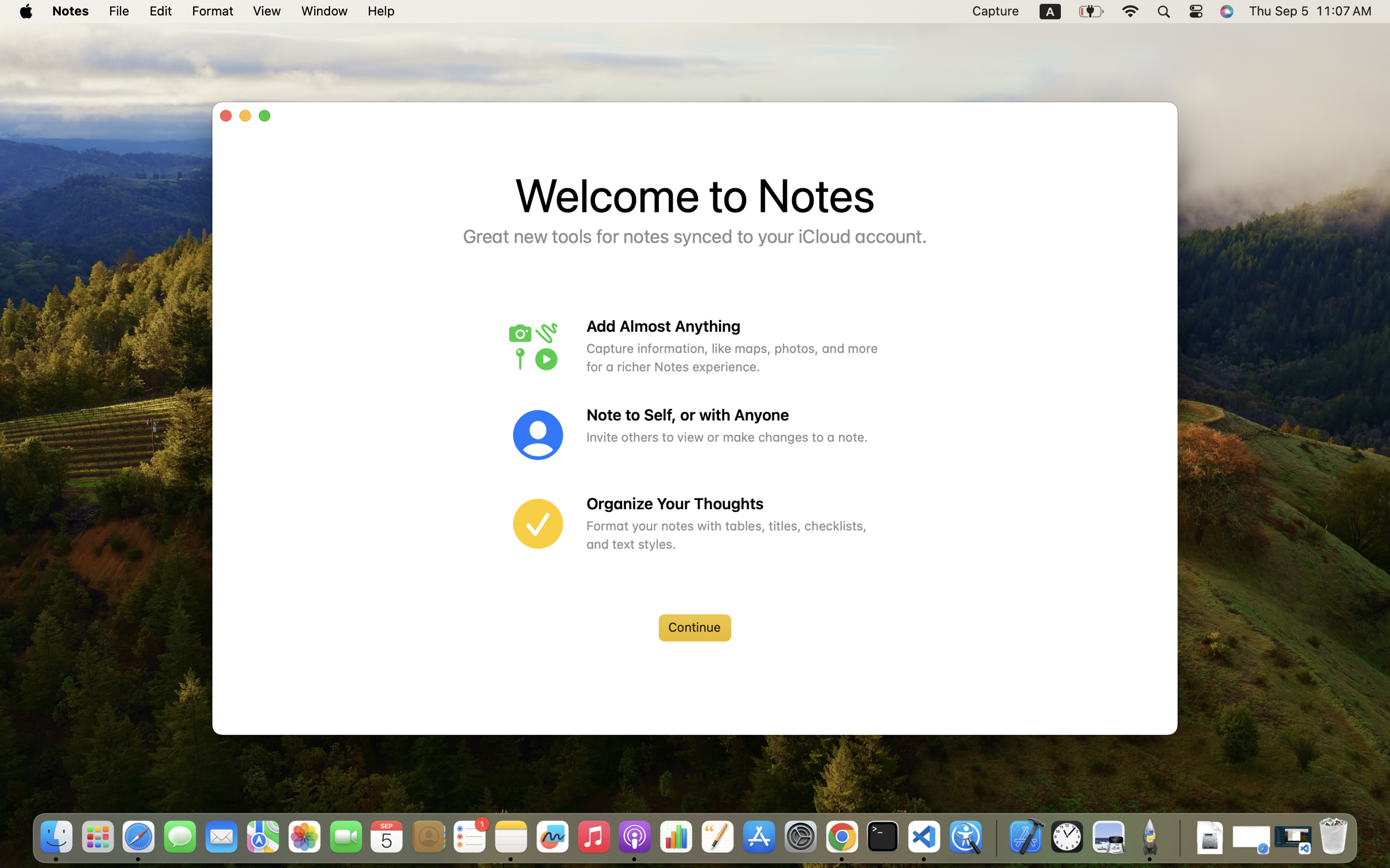 The image size is (1390, 868). What do you see at coordinates (694, 237) in the screenshot?
I see `'Great new tools for notes synced to your iCloud account.'` at bounding box center [694, 237].